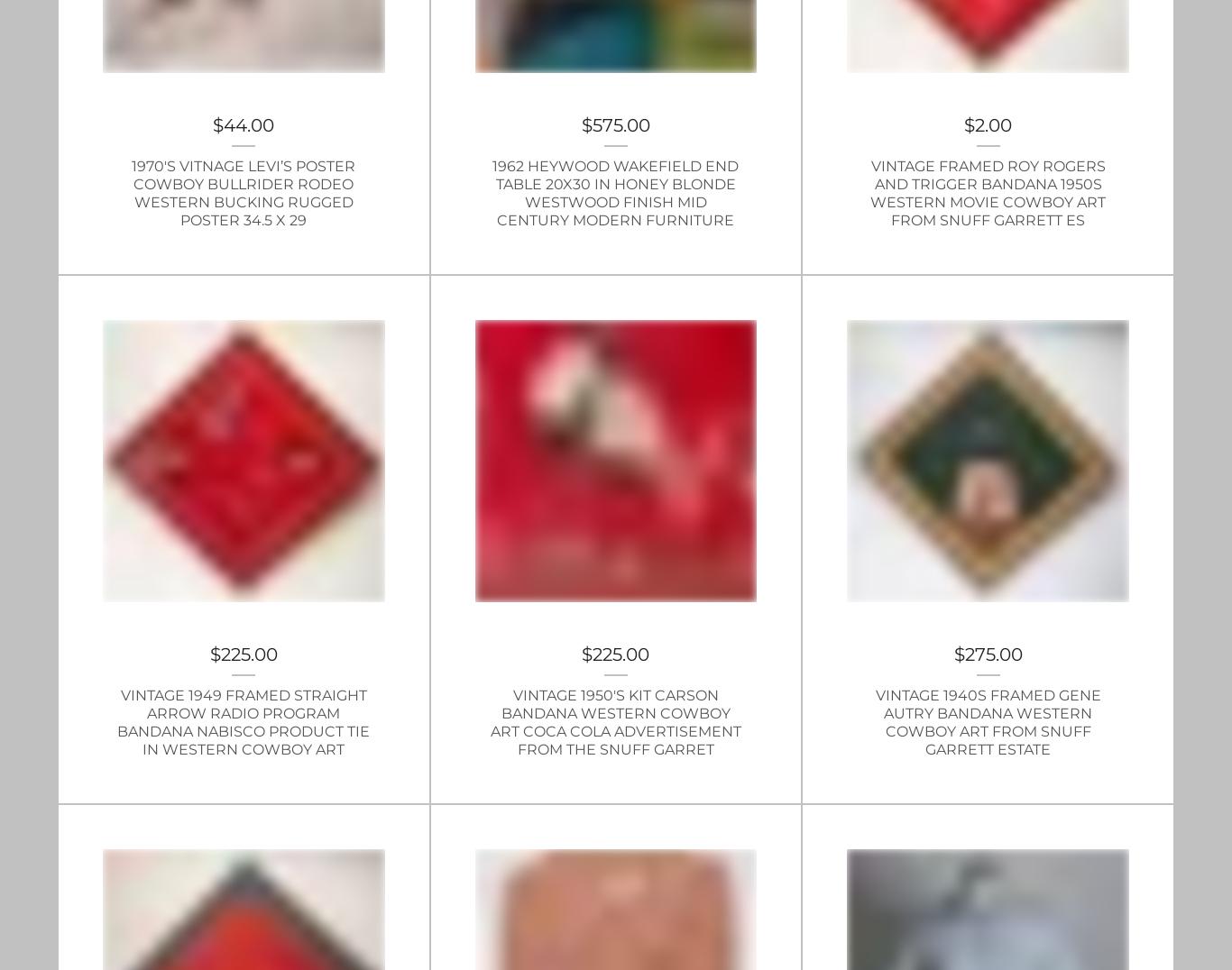  Describe the element at coordinates (974, 125) in the screenshot. I see `'2.00'` at that location.